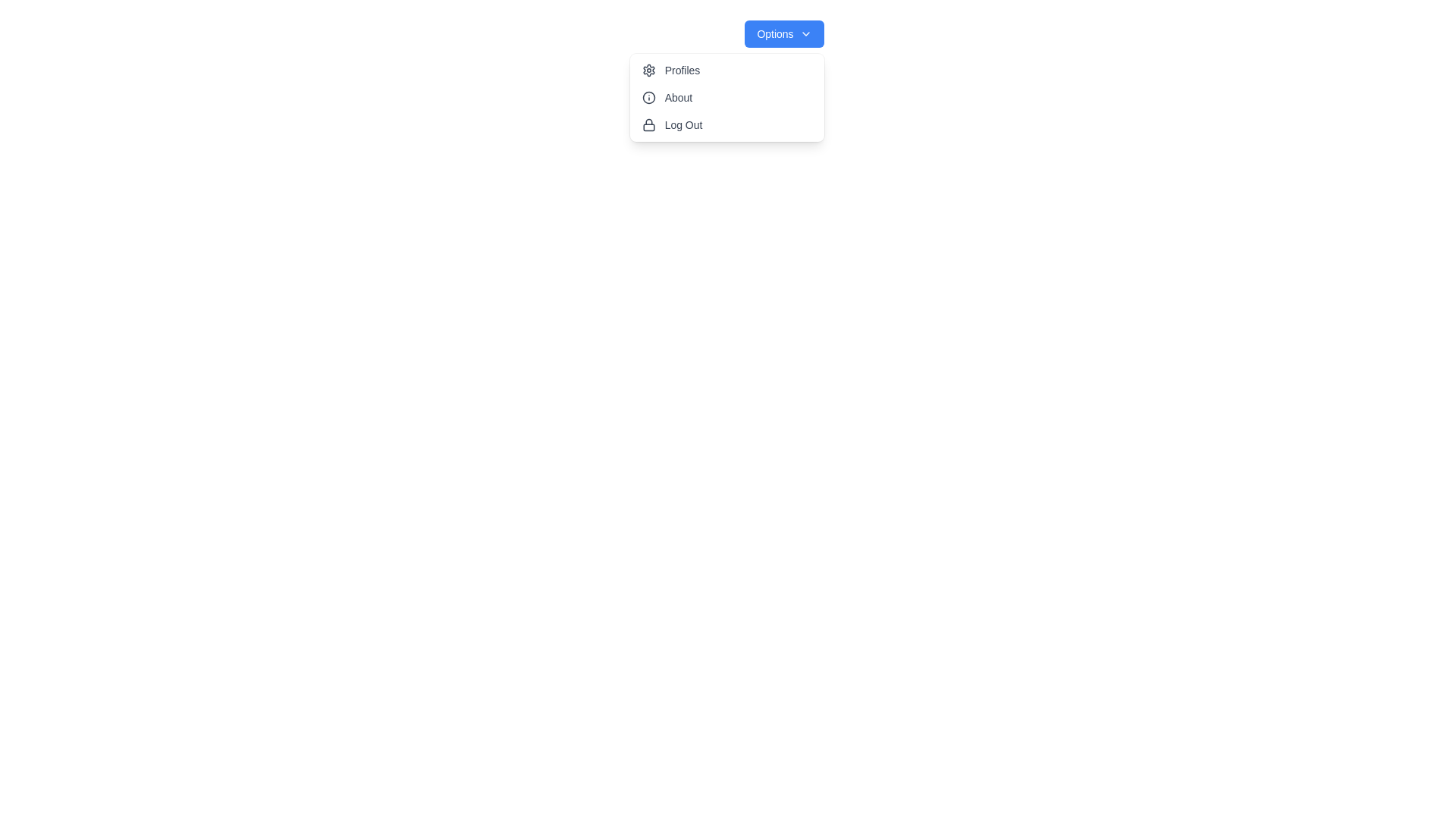  What do you see at coordinates (805, 34) in the screenshot?
I see `the chevron-down icon located at the far right end of the 'Options' button to indicate dropdown functionality` at bounding box center [805, 34].